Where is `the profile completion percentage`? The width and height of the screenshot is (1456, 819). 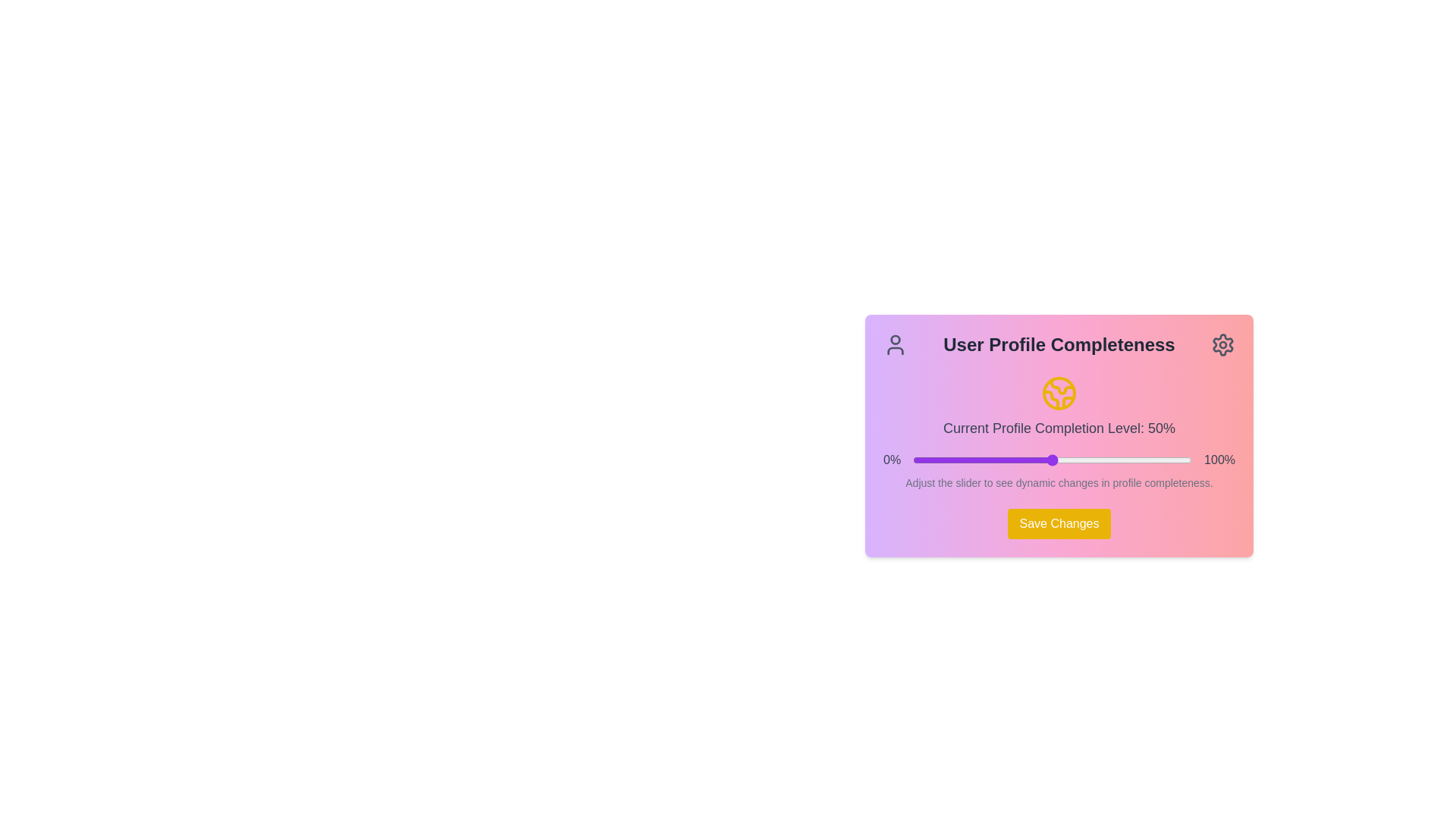
the profile completion percentage is located at coordinates (1065, 459).